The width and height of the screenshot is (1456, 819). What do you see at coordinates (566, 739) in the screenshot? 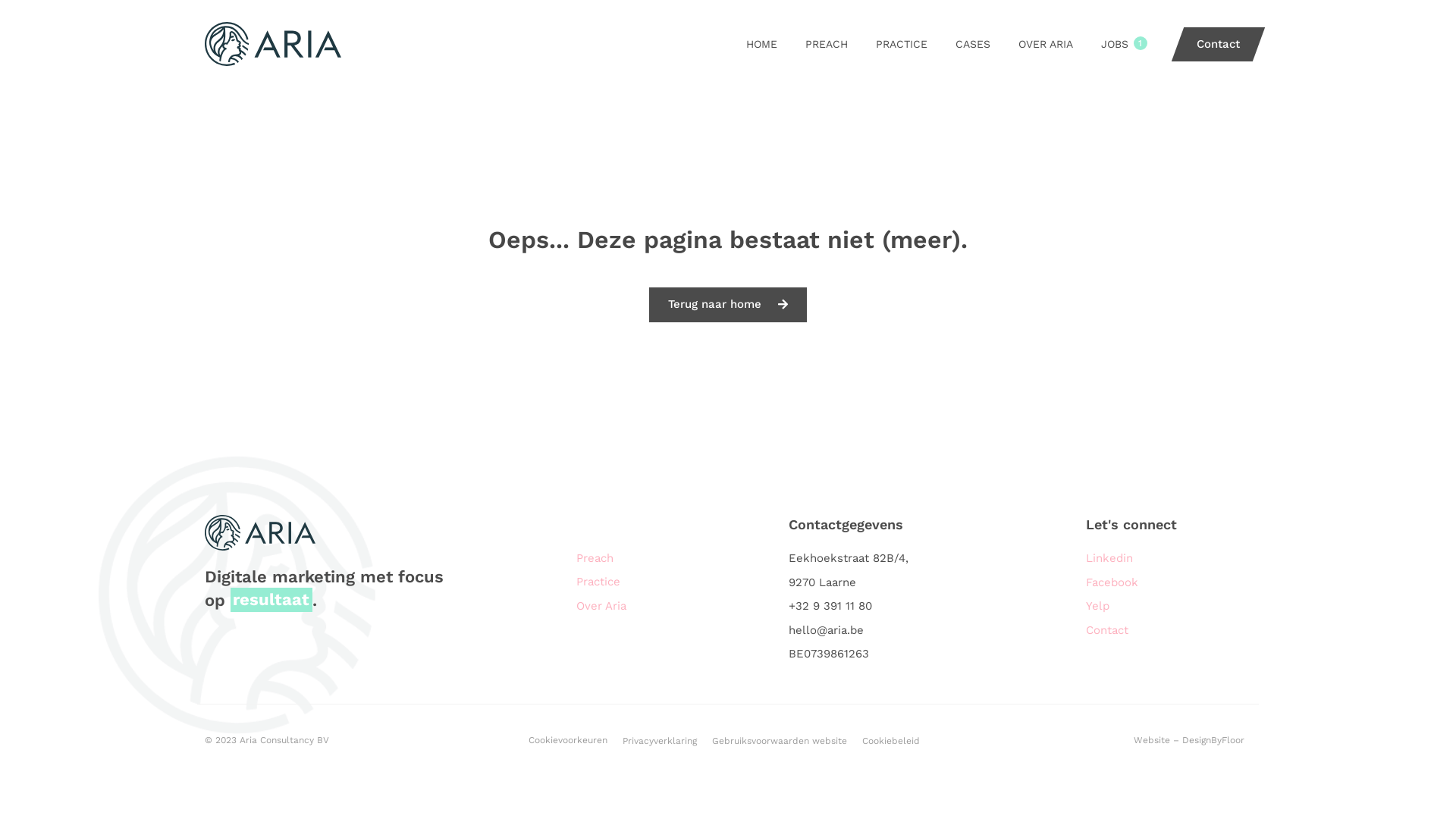
I see `'Cookievoorkeuren'` at bounding box center [566, 739].